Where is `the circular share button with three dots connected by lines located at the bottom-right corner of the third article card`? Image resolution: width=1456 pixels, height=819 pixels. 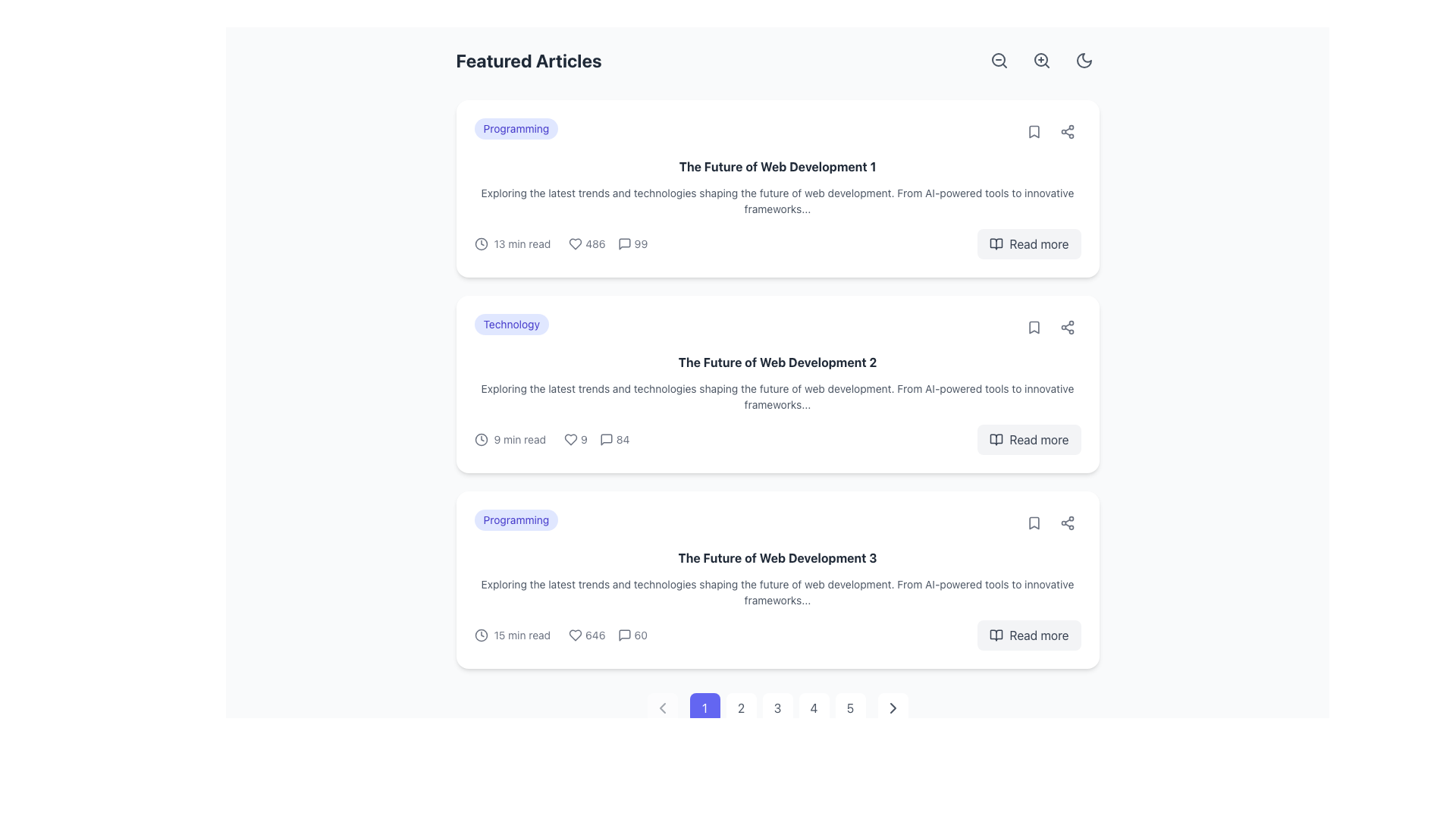 the circular share button with three dots connected by lines located at the bottom-right corner of the third article card is located at coordinates (1066, 522).